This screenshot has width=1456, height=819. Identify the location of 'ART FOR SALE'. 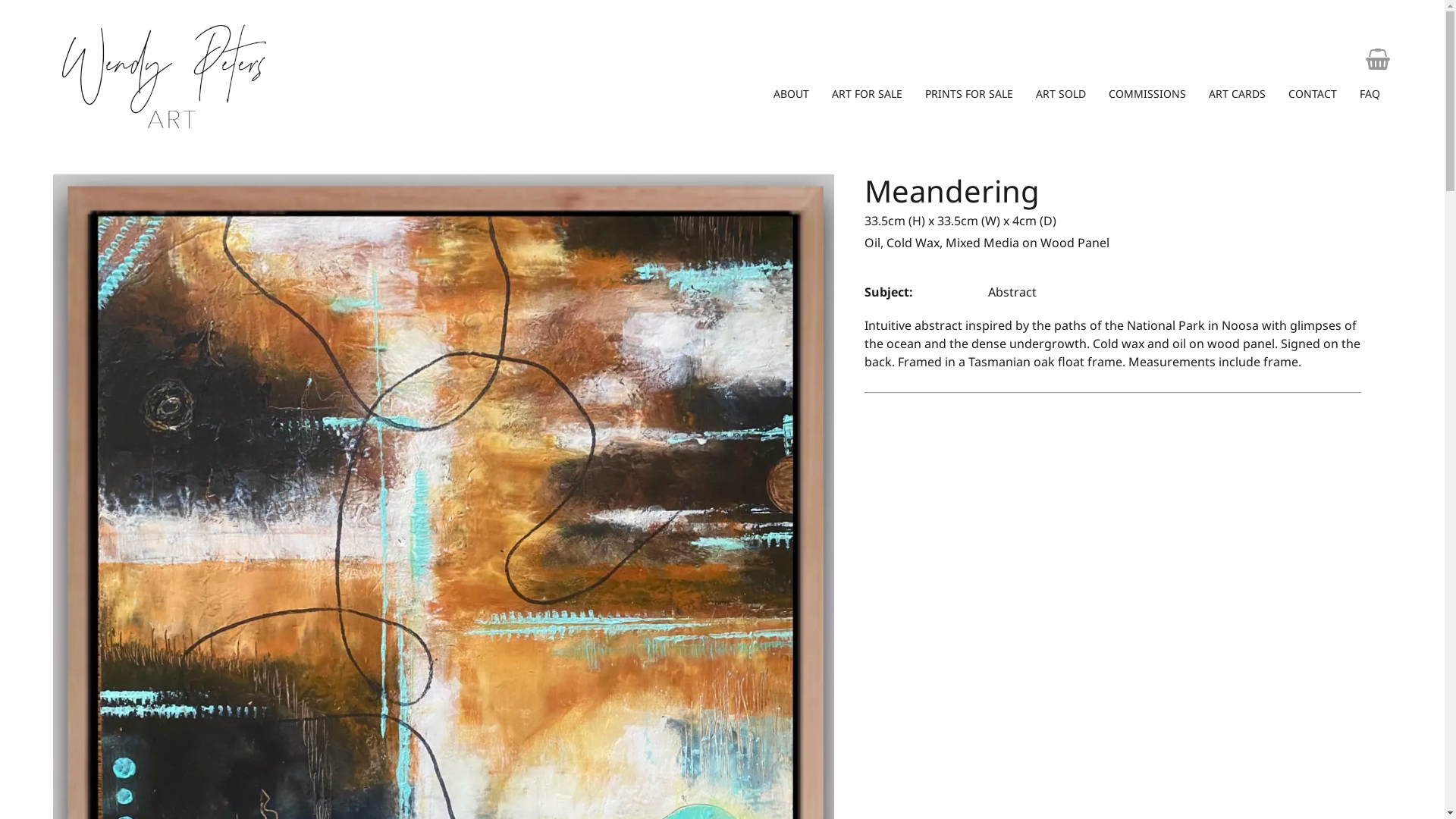
(867, 93).